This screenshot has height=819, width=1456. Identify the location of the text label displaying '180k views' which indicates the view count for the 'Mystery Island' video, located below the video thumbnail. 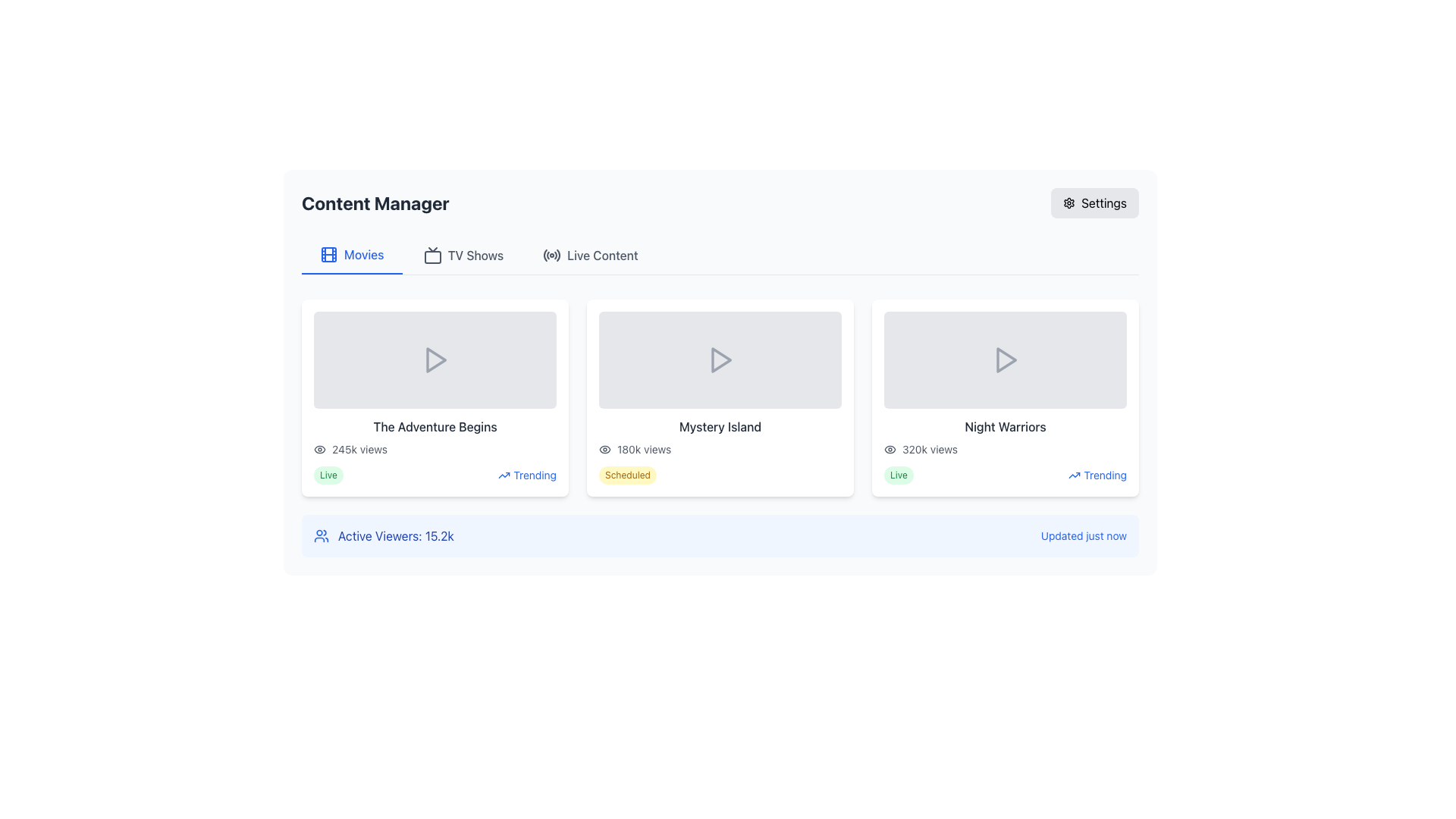
(644, 449).